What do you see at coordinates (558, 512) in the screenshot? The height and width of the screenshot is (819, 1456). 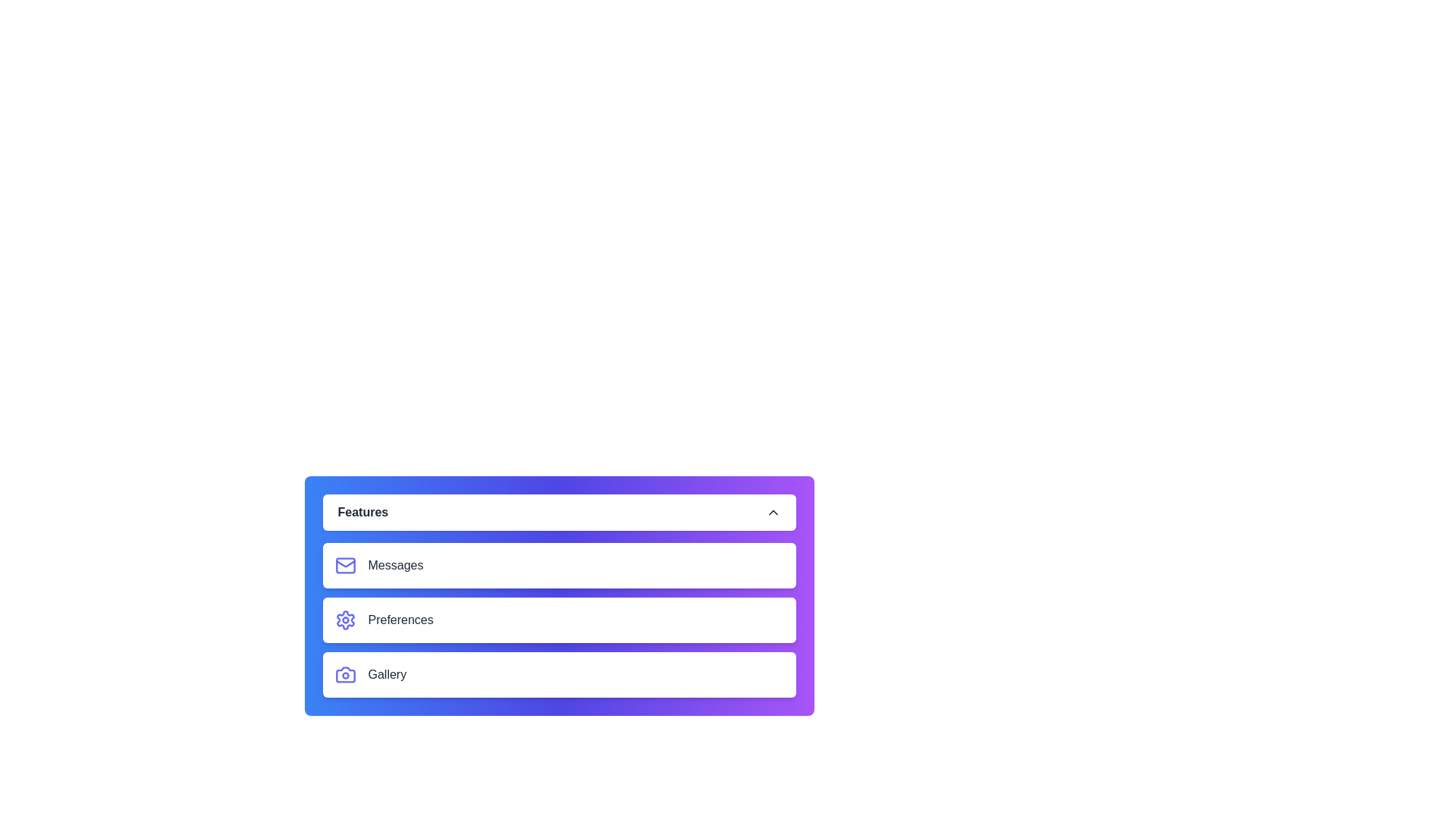 I see `the 'Features' button to toggle the menu visibility` at bounding box center [558, 512].